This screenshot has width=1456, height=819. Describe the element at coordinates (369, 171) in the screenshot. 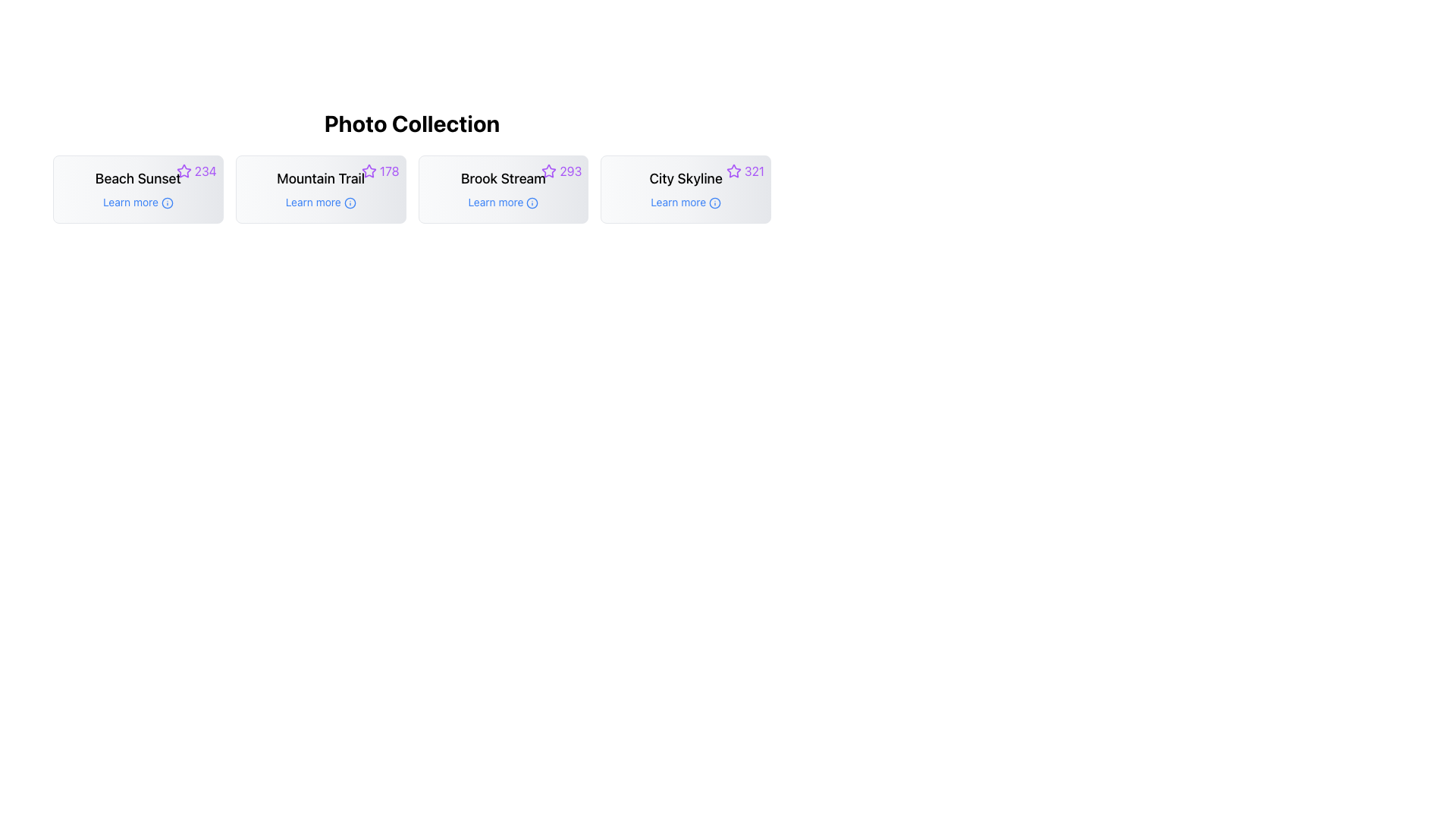

I see `the star icon representing ratings or favorites for the 'Mountain Trail' card, located at the top-right corner beside the title text` at that location.